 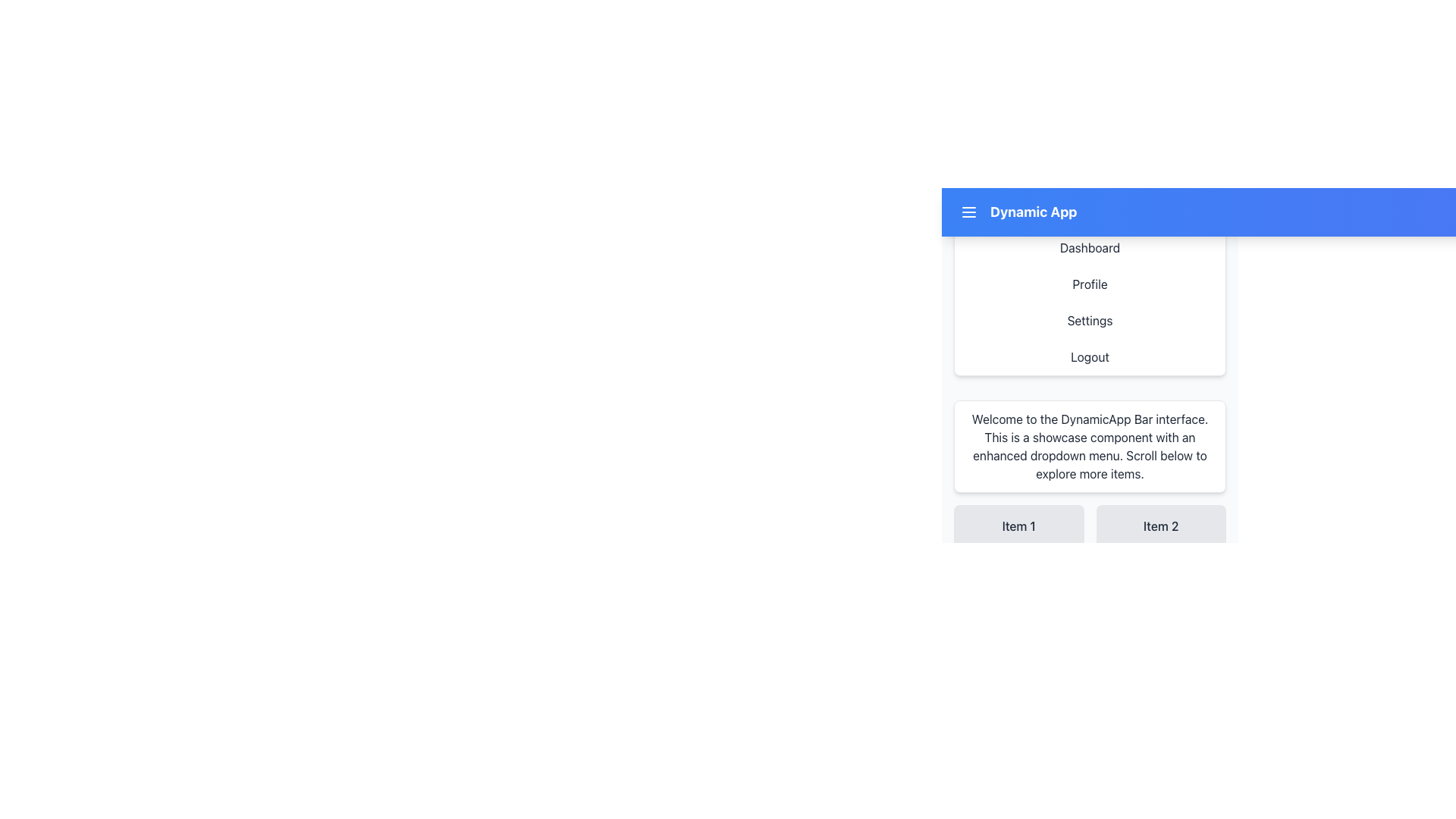 I want to click on the standard UI block component labeled 'Item 1', which features a light gray background, rounded corners, and centered black text, so click(x=1018, y=526).